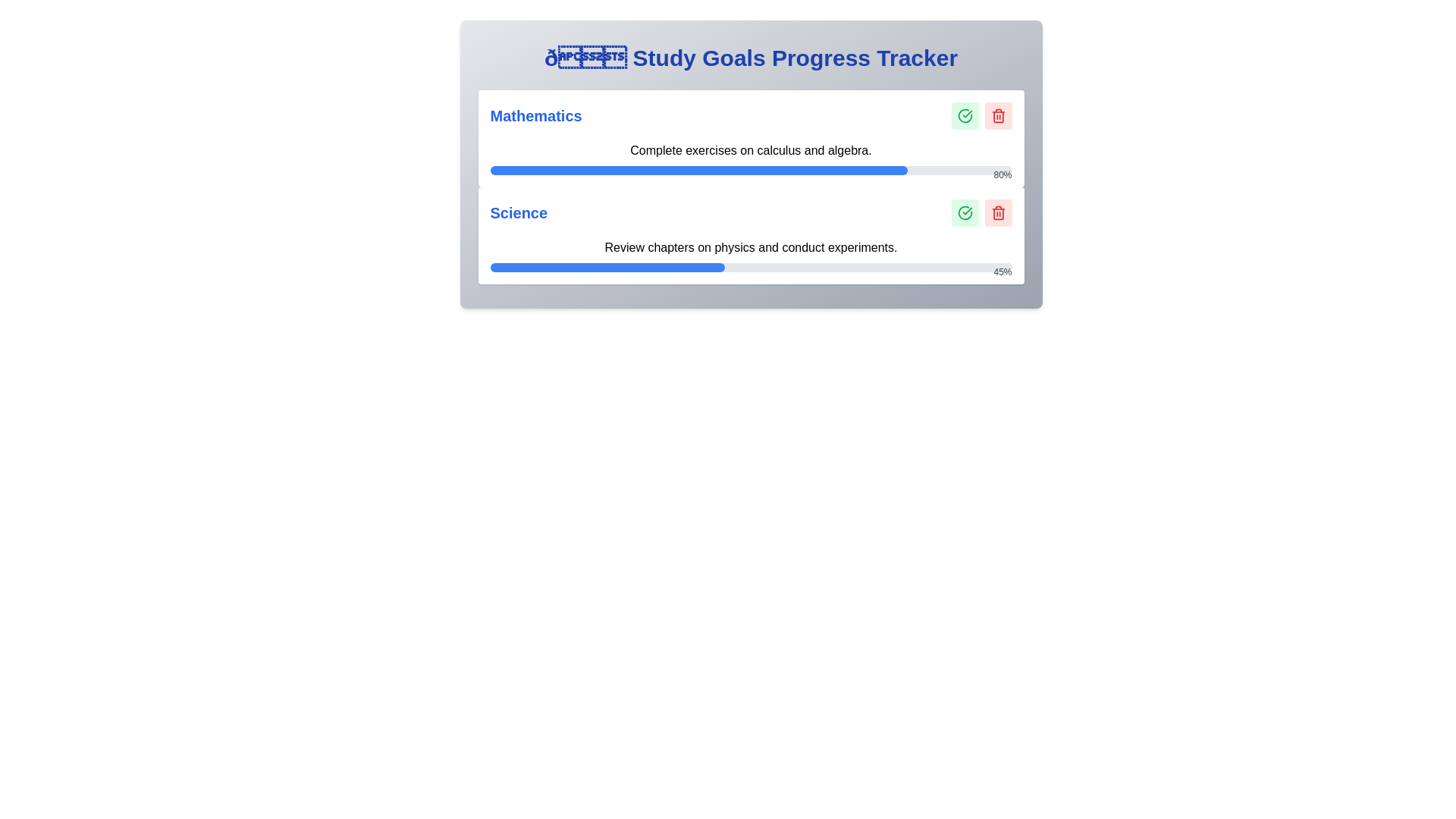 The width and height of the screenshot is (1456, 819). Describe the element at coordinates (998, 213) in the screenshot. I see `the red trash icon button located to the far right of the Science section to initiate a delete action` at that location.